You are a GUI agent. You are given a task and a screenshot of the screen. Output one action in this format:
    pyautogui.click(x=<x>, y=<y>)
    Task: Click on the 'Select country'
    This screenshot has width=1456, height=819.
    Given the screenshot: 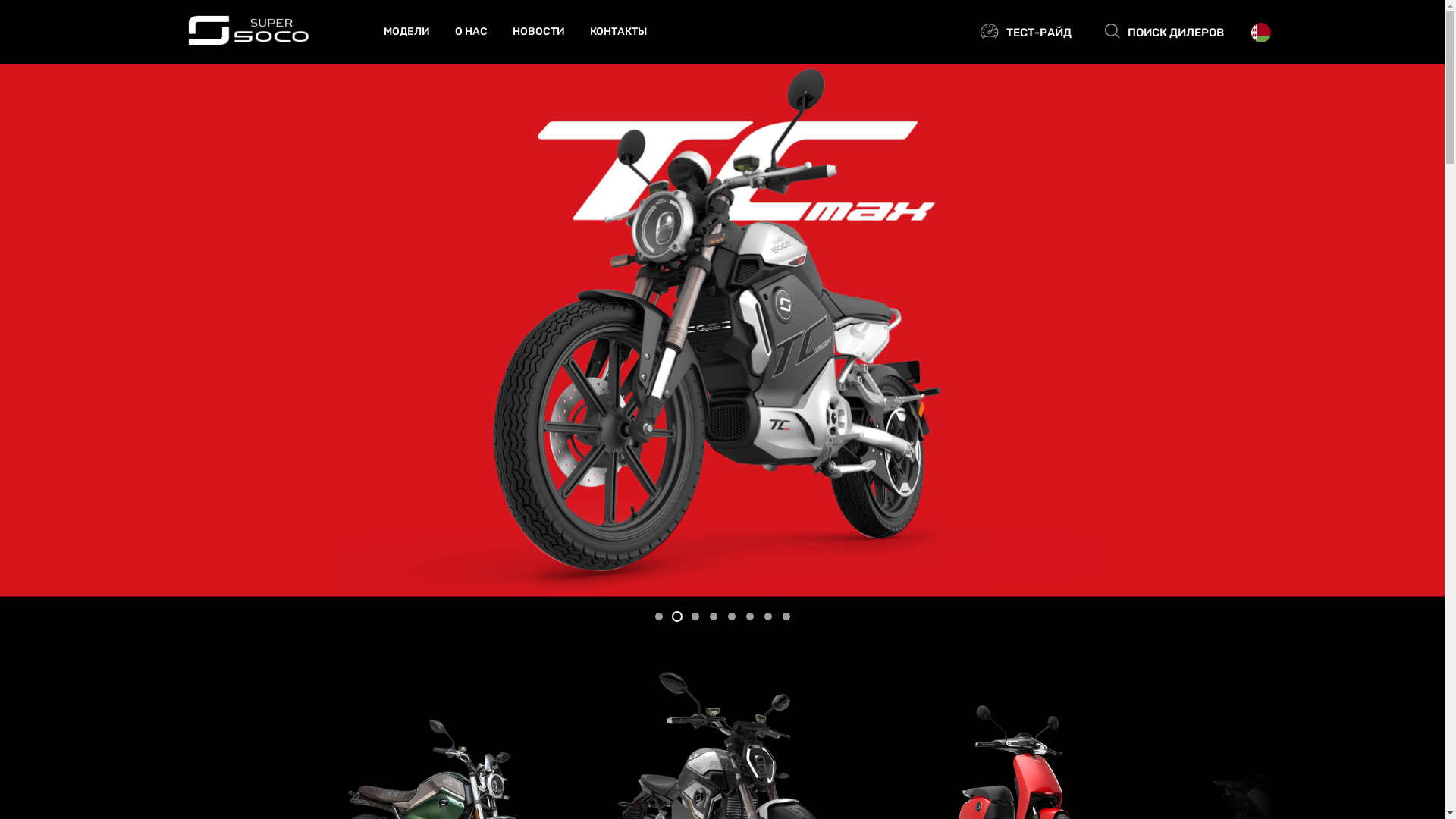 What is the action you would take?
    pyautogui.click(x=1260, y=32)
    